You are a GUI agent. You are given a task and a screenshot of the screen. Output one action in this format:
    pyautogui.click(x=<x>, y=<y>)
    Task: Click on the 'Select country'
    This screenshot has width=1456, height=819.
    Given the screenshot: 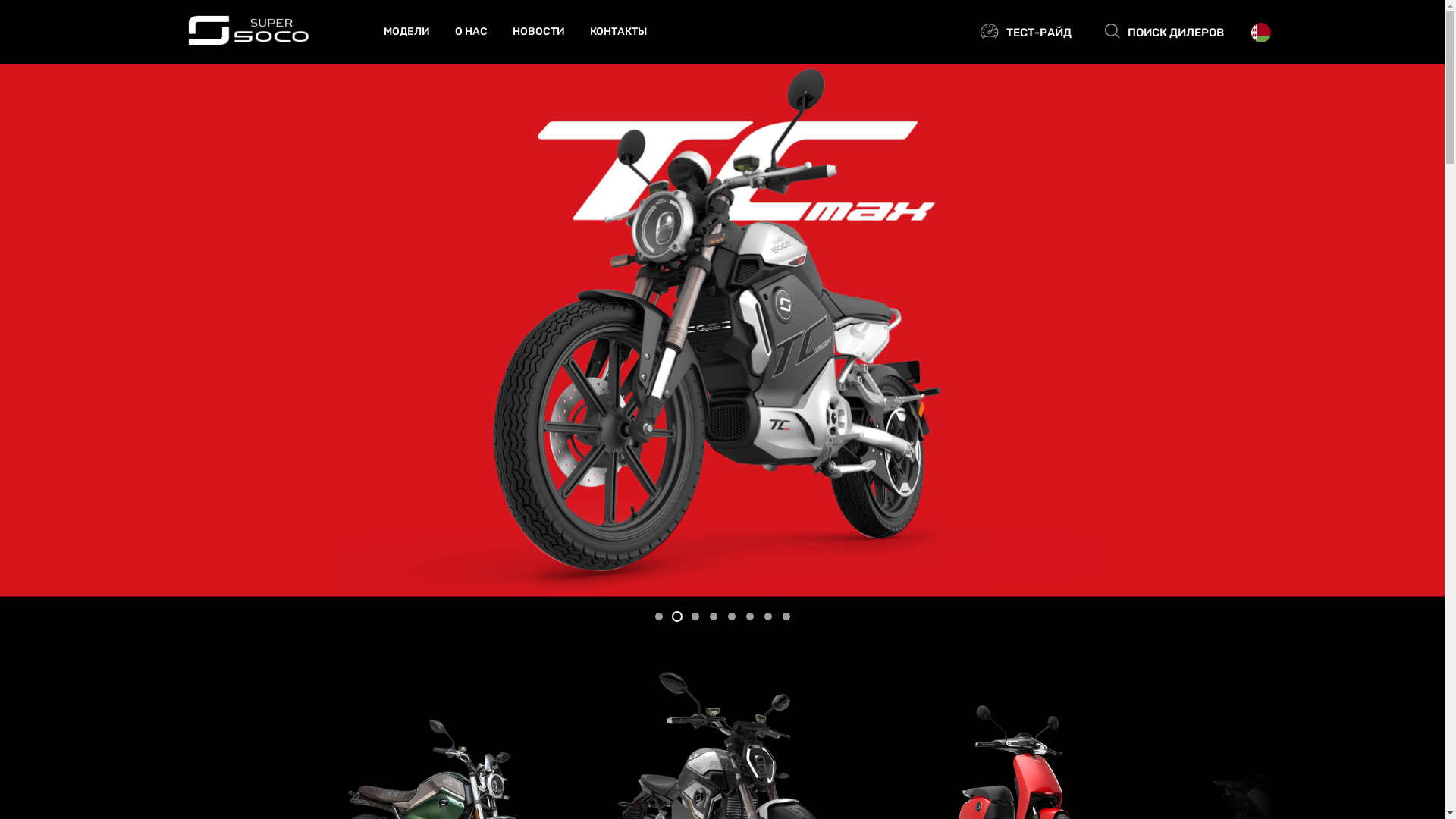 What is the action you would take?
    pyautogui.click(x=1260, y=32)
    